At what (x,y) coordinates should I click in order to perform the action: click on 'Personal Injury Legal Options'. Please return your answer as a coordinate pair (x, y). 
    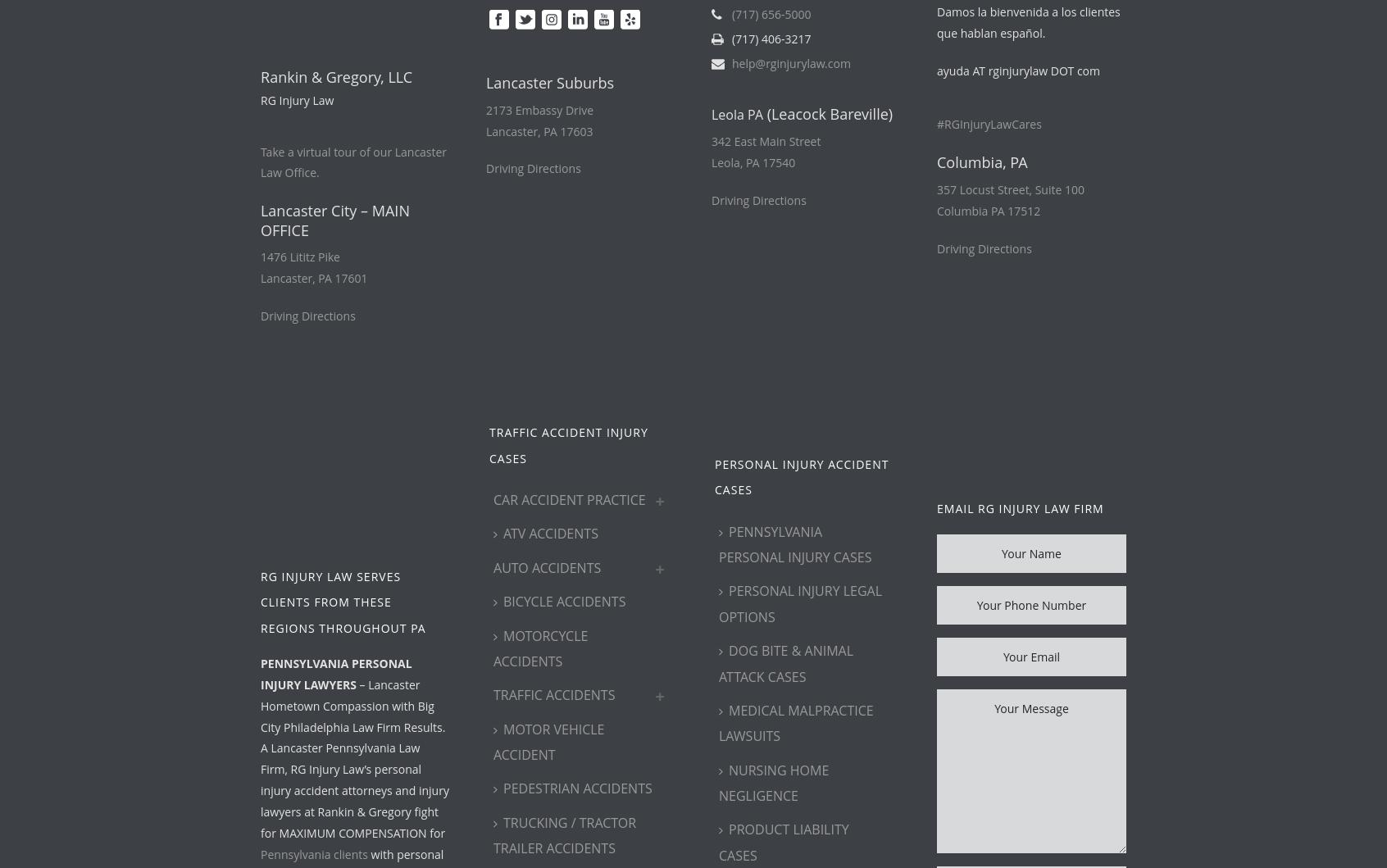
    Looking at the image, I should click on (800, 603).